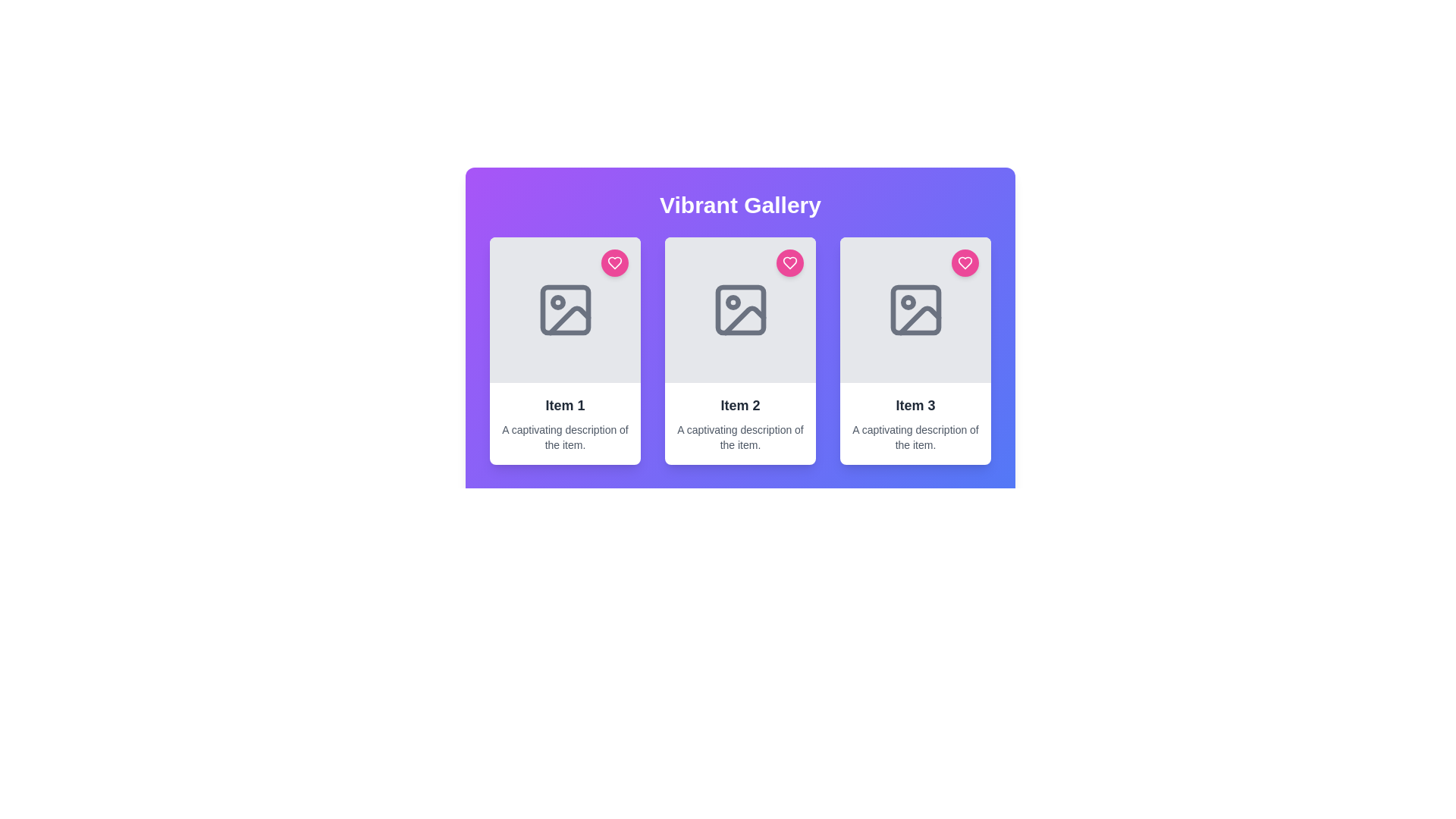 Image resolution: width=1456 pixels, height=819 pixels. What do you see at coordinates (740, 309) in the screenshot?
I see `the rounded rectangle decorative element in the 'Item 2' gallery card, which represents a portion of the photo within the SVG illustration` at bounding box center [740, 309].